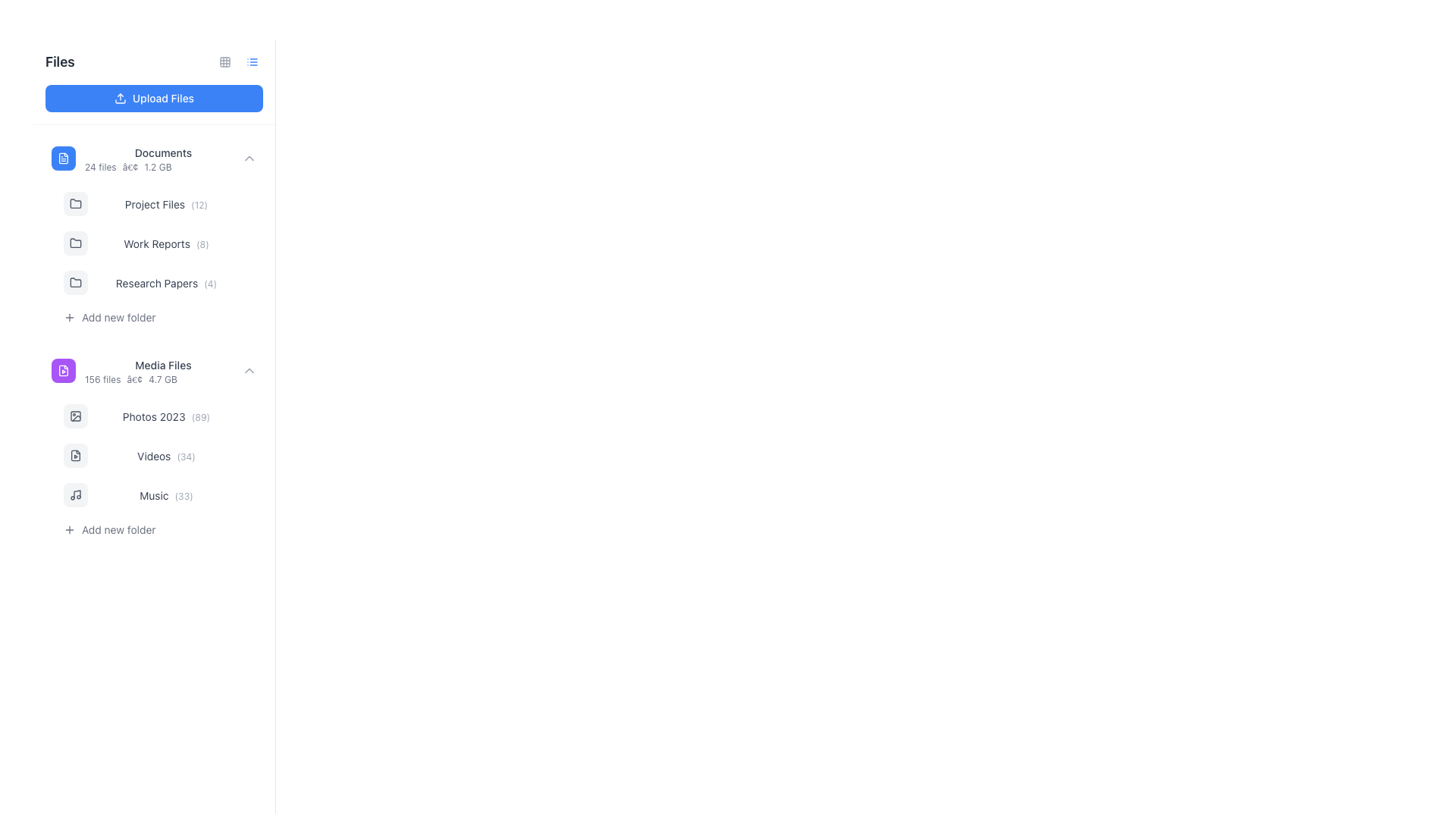 The image size is (1456, 819). Describe the element at coordinates (62, 158) in the screenshot. I see `decorative vector graphic resembling a document icon located in the top left quadrant of the page, adjacent to the text label 'Documents'` at that location.